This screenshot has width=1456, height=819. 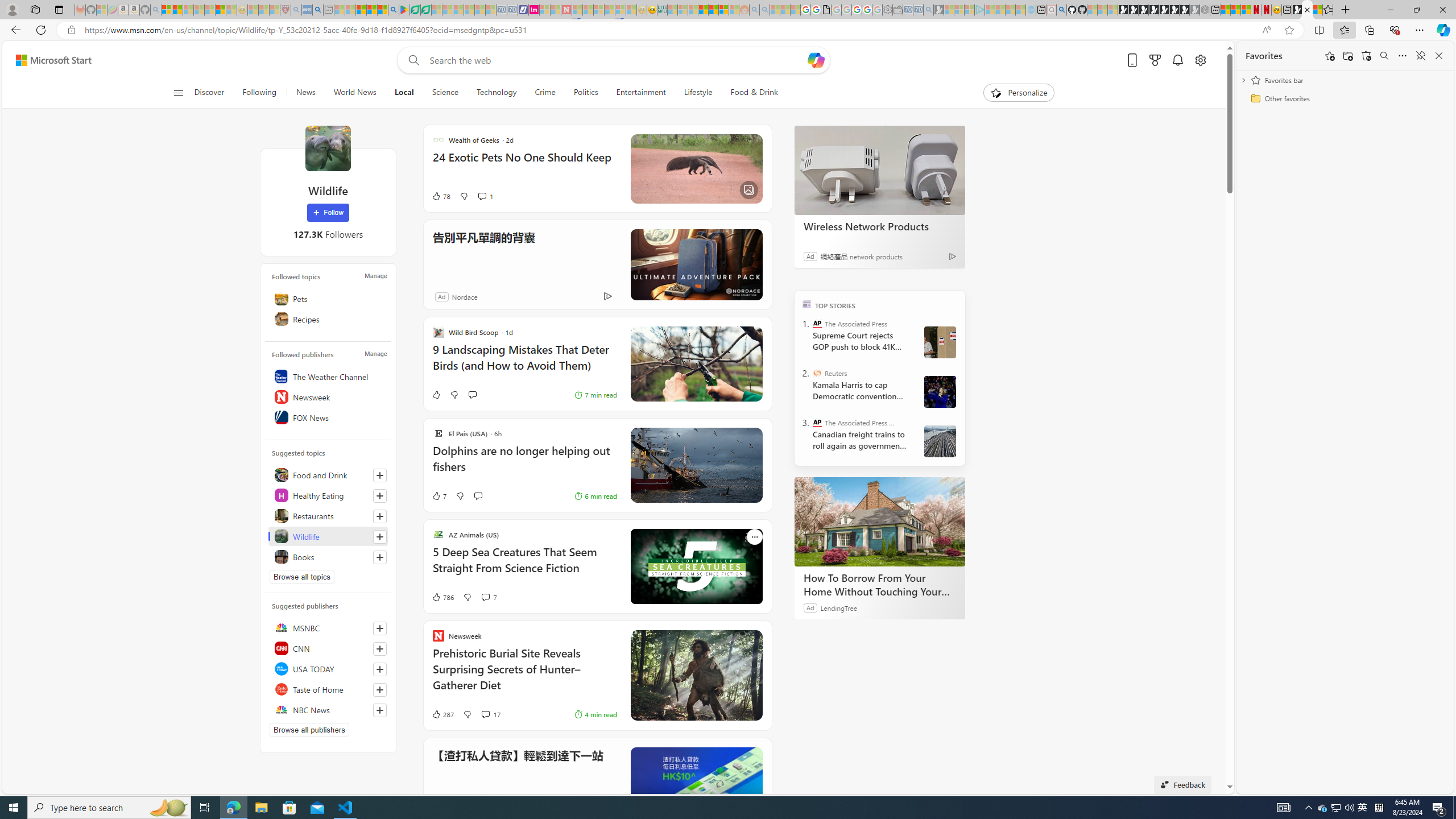 What do you see at coordinates (1307, 9) in the screenshot?
I see `'Wildlife - MSN'` at bounding box center [1307, 9].